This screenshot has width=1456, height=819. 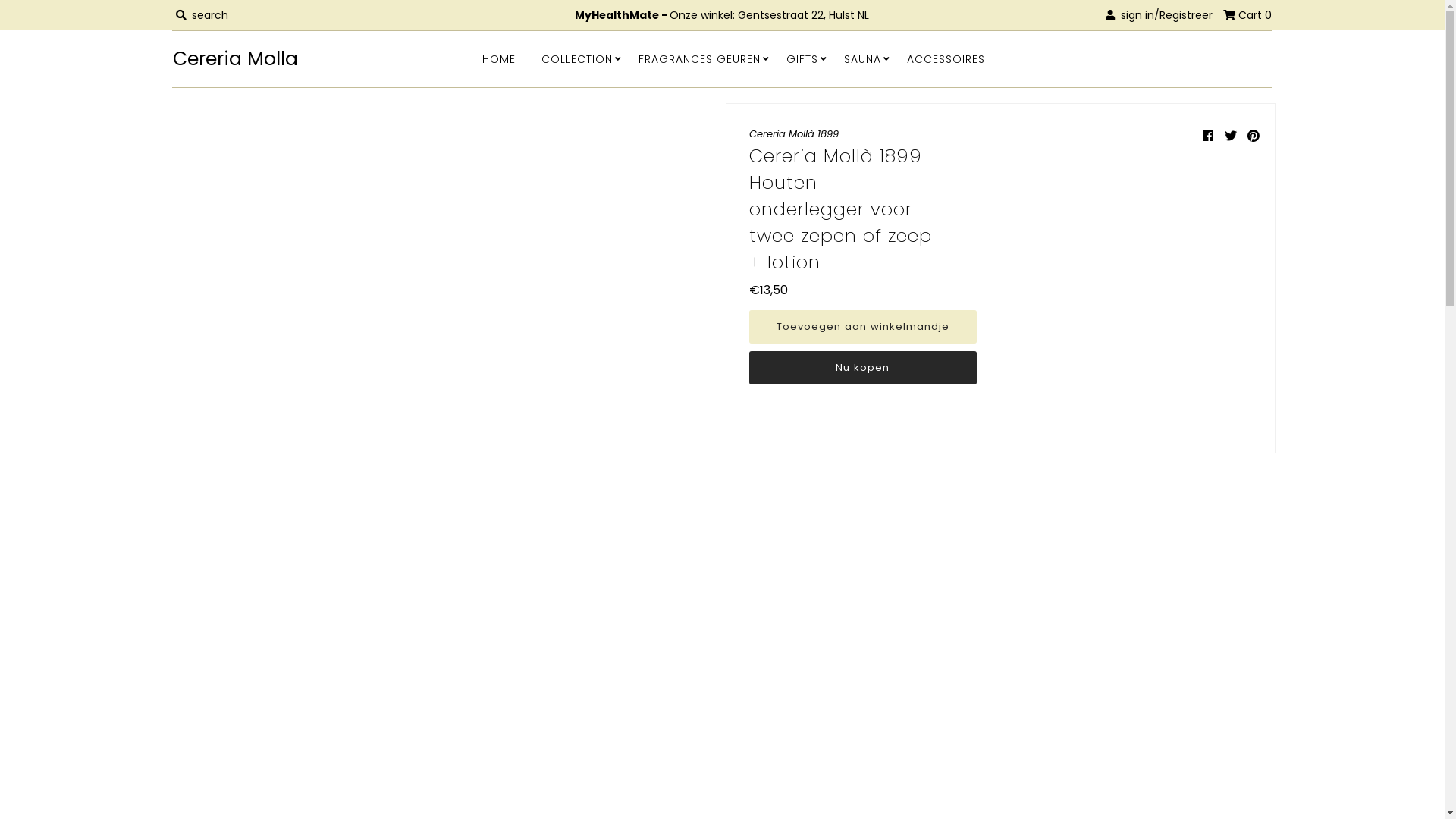 What do you see at coordinates (862, 368) in the screenshot?
I see `'Nu kopen'` at bounding box center [862, 368].